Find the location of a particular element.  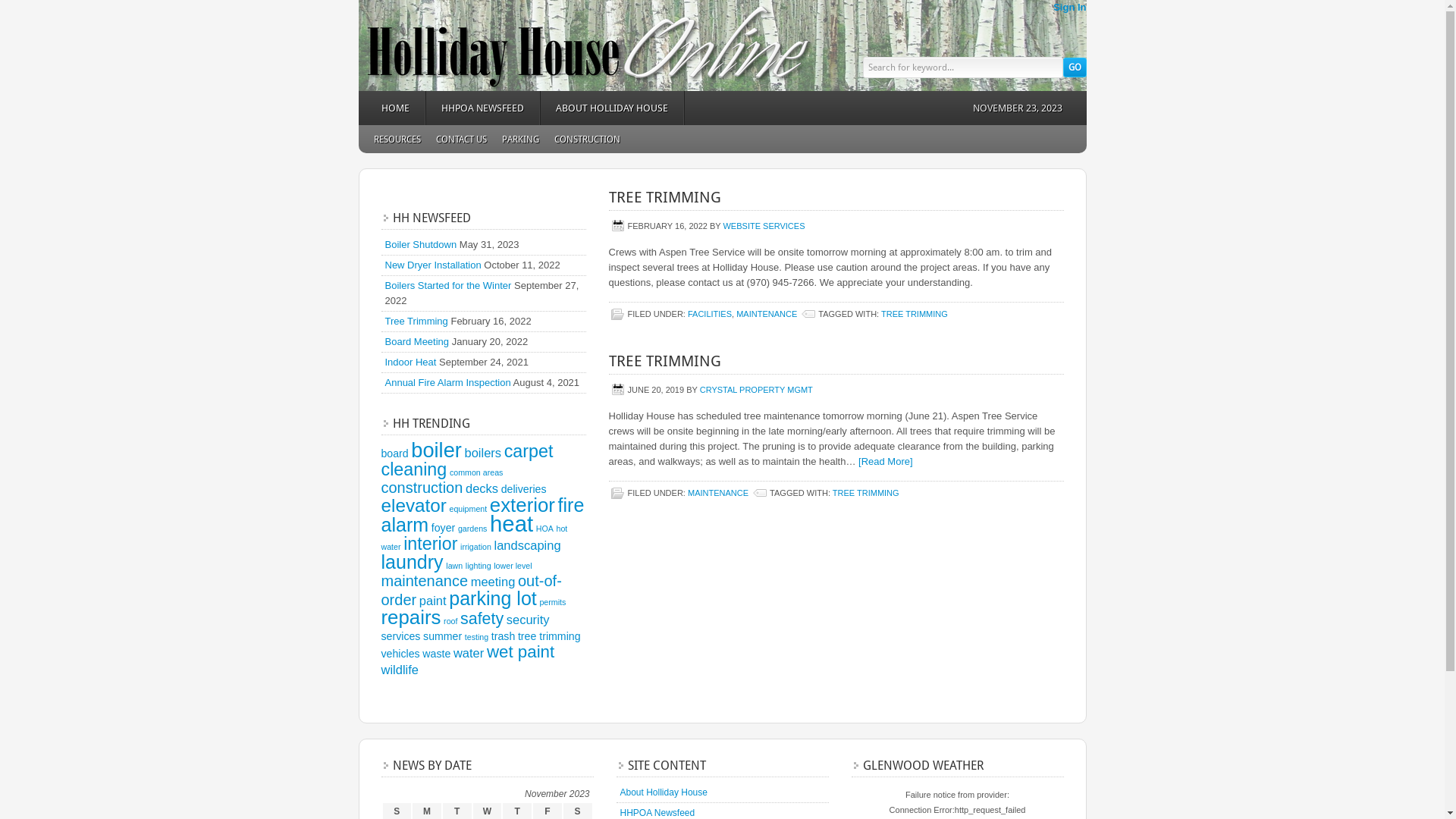

'foyer' is located at coordinates (442, 526).